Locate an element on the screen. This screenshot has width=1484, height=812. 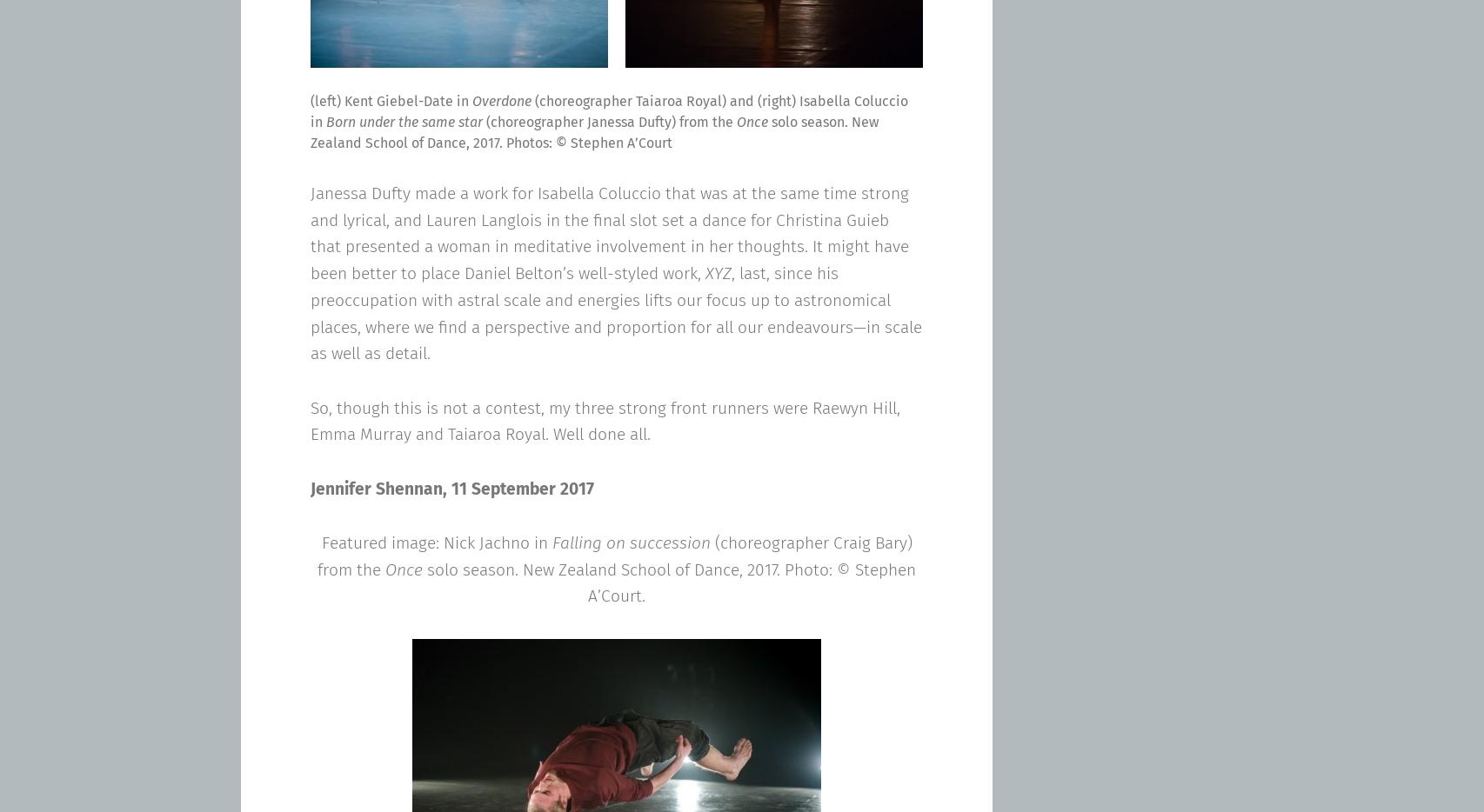
'solo season. New Zealand School of Dance, 2017. Photos: © Stephen A’Court' is located at coordinates (593, 132).